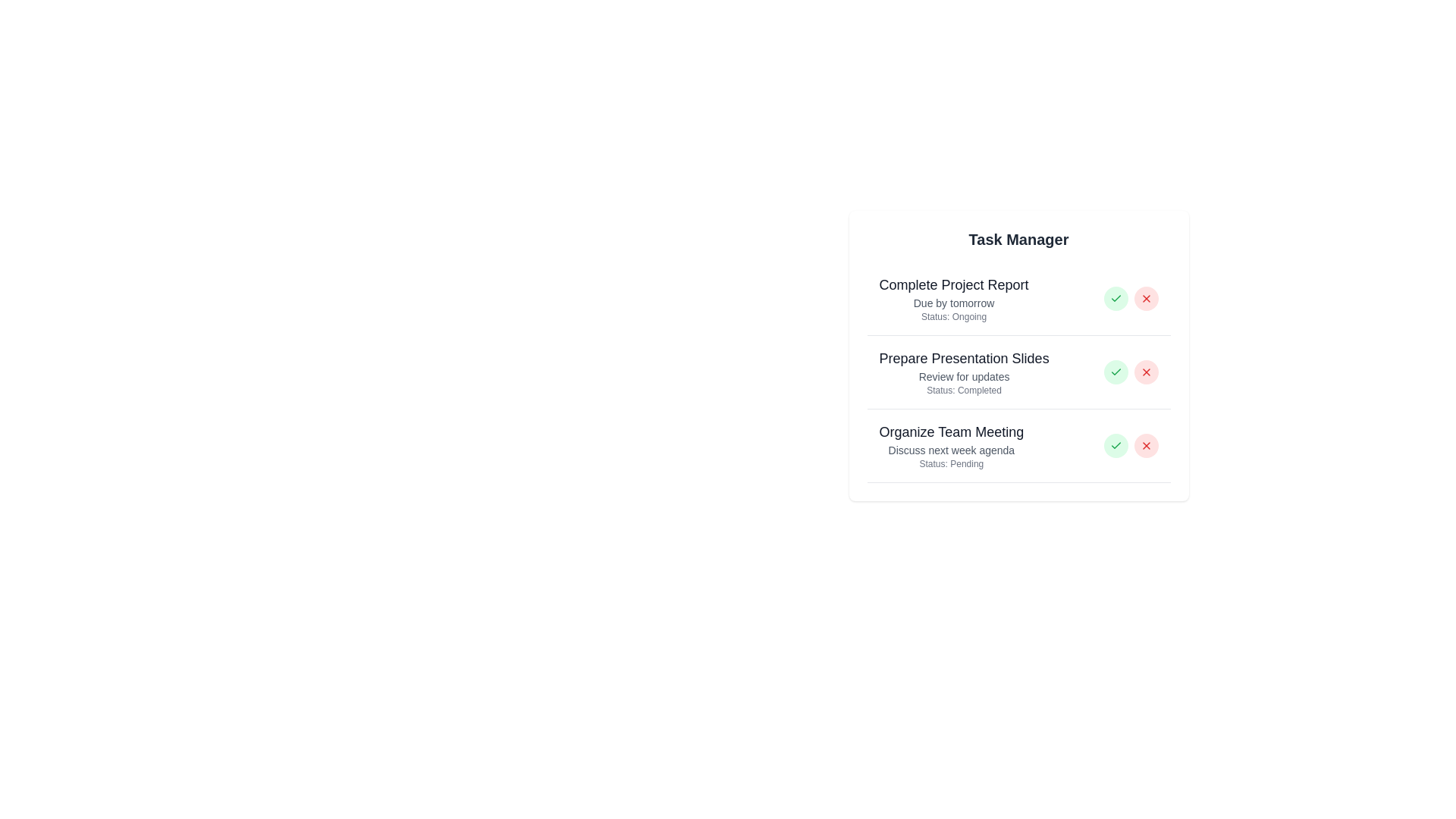 The height and width of the screenshot is (819, 1456). Describe the element at coordinates (952, 298) in the screenshot. I see `the static text block displaying 'Complete Project Report', 'Due by tomorrow', and 'Status: Ongoing' in the task management interface` at that location.